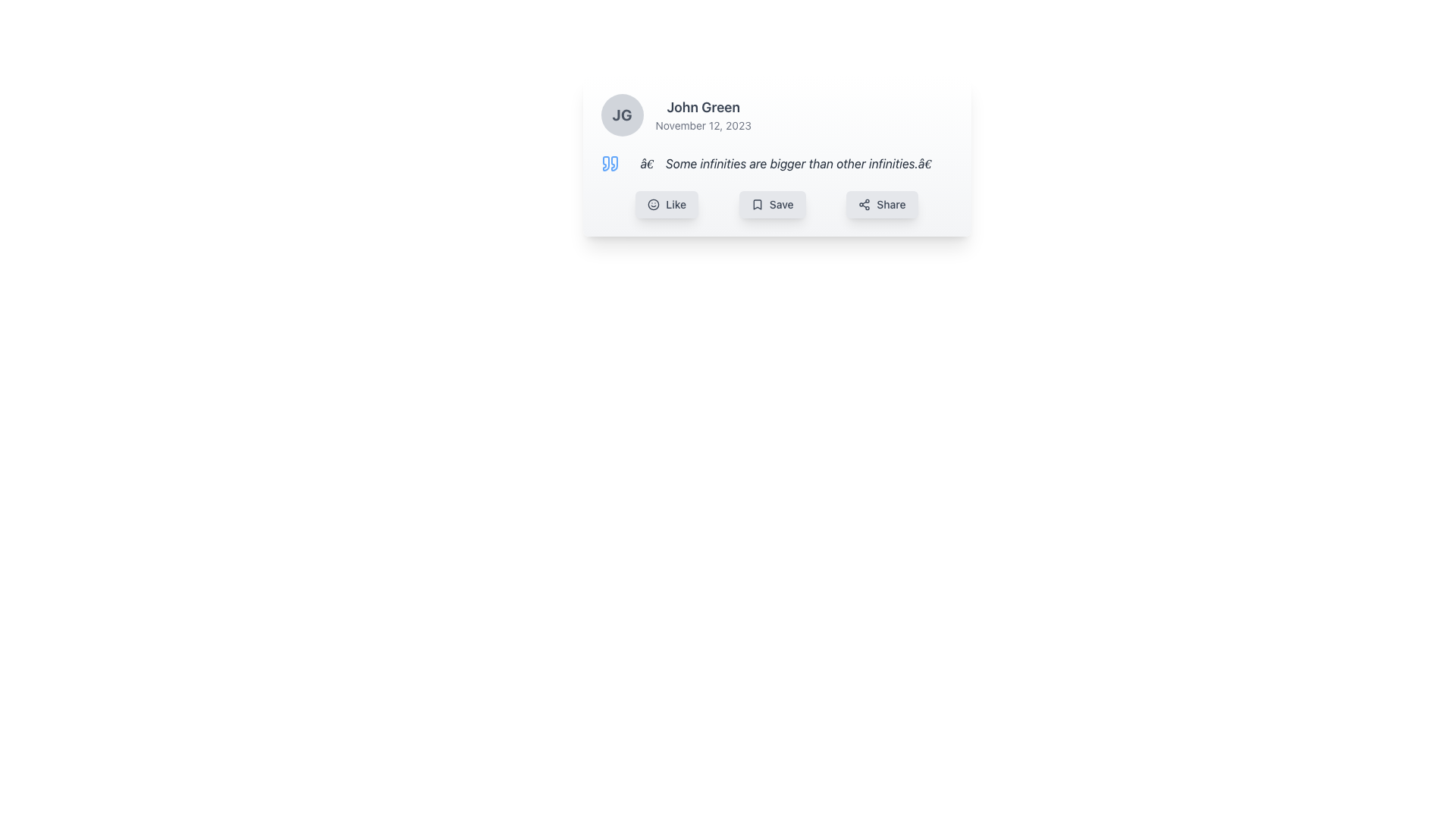 This screenshot has height=819, width=1456. Describe the element at coordinates (881, 205) in the screenshot. I see `the 'Share' button, which is the third button in a row of three, featuring a gray background, dark gray text, and a sharing icon on the left side` at that location.